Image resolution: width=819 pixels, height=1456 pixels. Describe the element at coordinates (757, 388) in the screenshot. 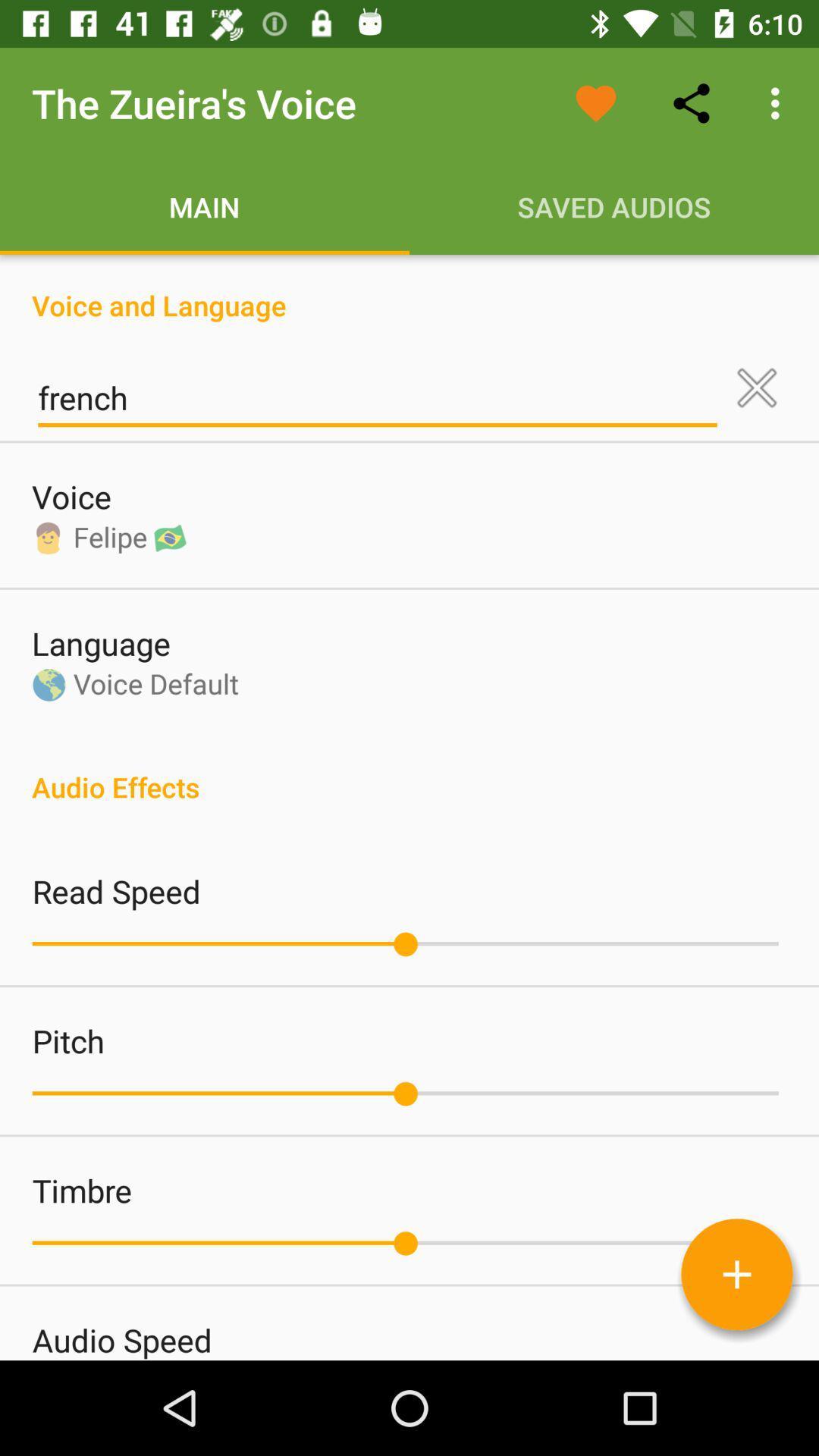

I see `clear selection` at that location.